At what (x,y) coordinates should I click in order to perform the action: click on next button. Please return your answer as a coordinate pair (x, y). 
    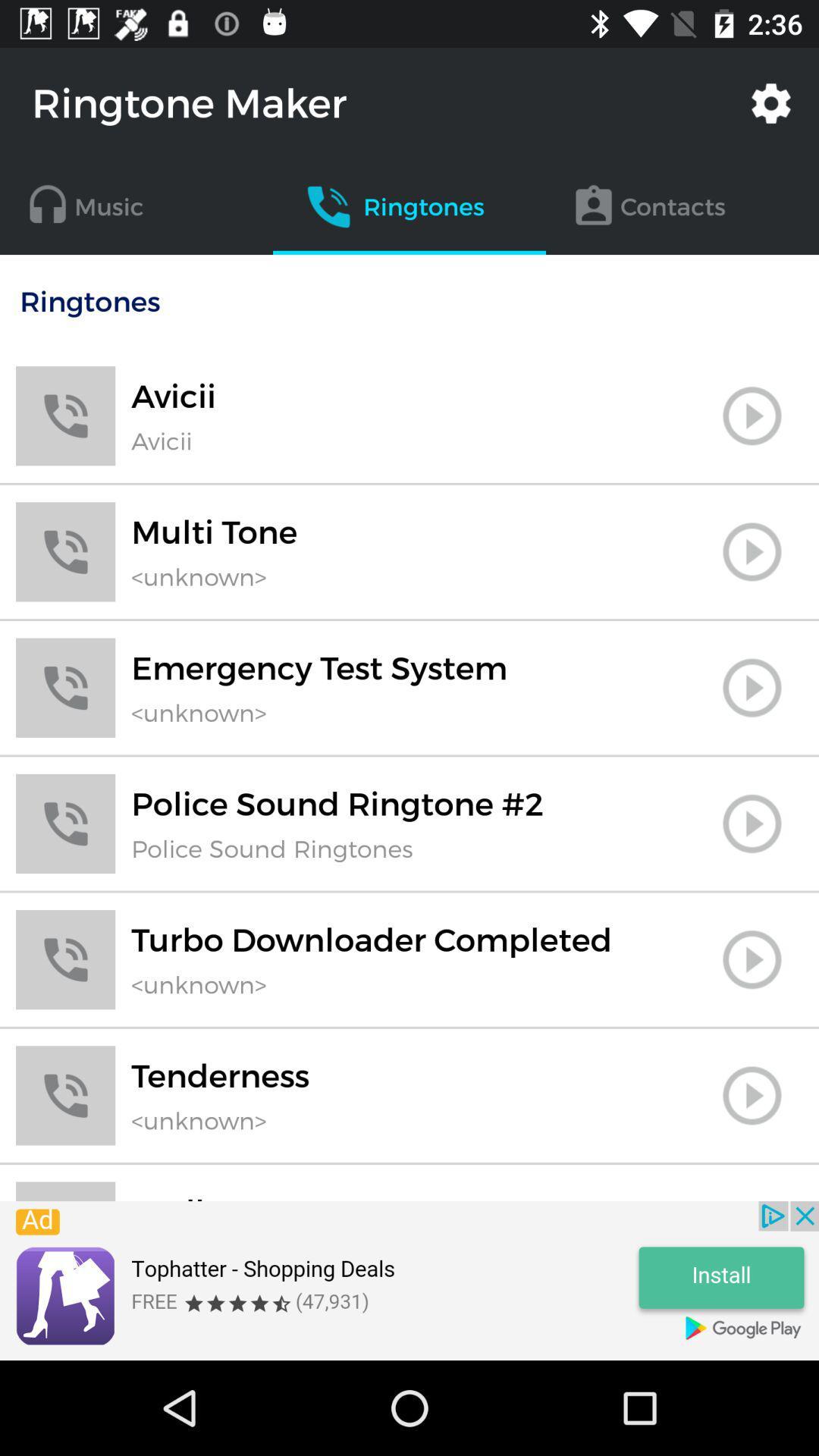
    Looking at the image, I should click on (752, 416).